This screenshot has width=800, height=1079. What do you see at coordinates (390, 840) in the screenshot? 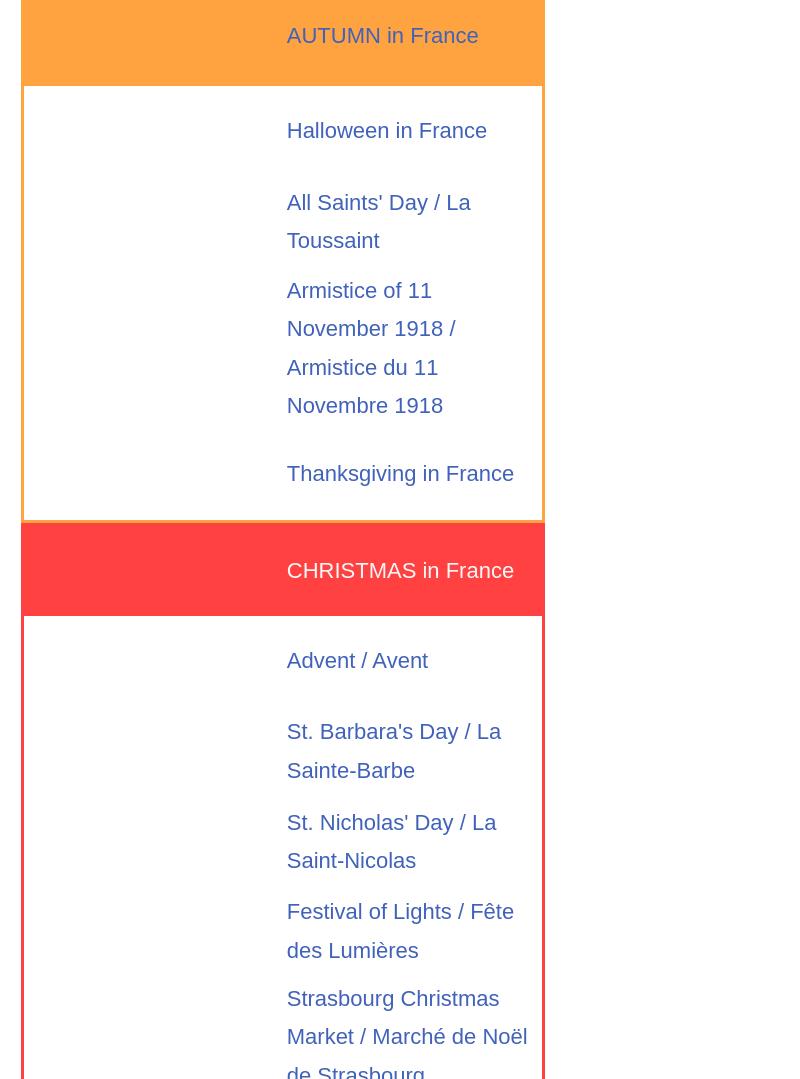
I see `'St. Nicholas' Day / La Saint-Nicolas'` at bounding box center [390, 840].